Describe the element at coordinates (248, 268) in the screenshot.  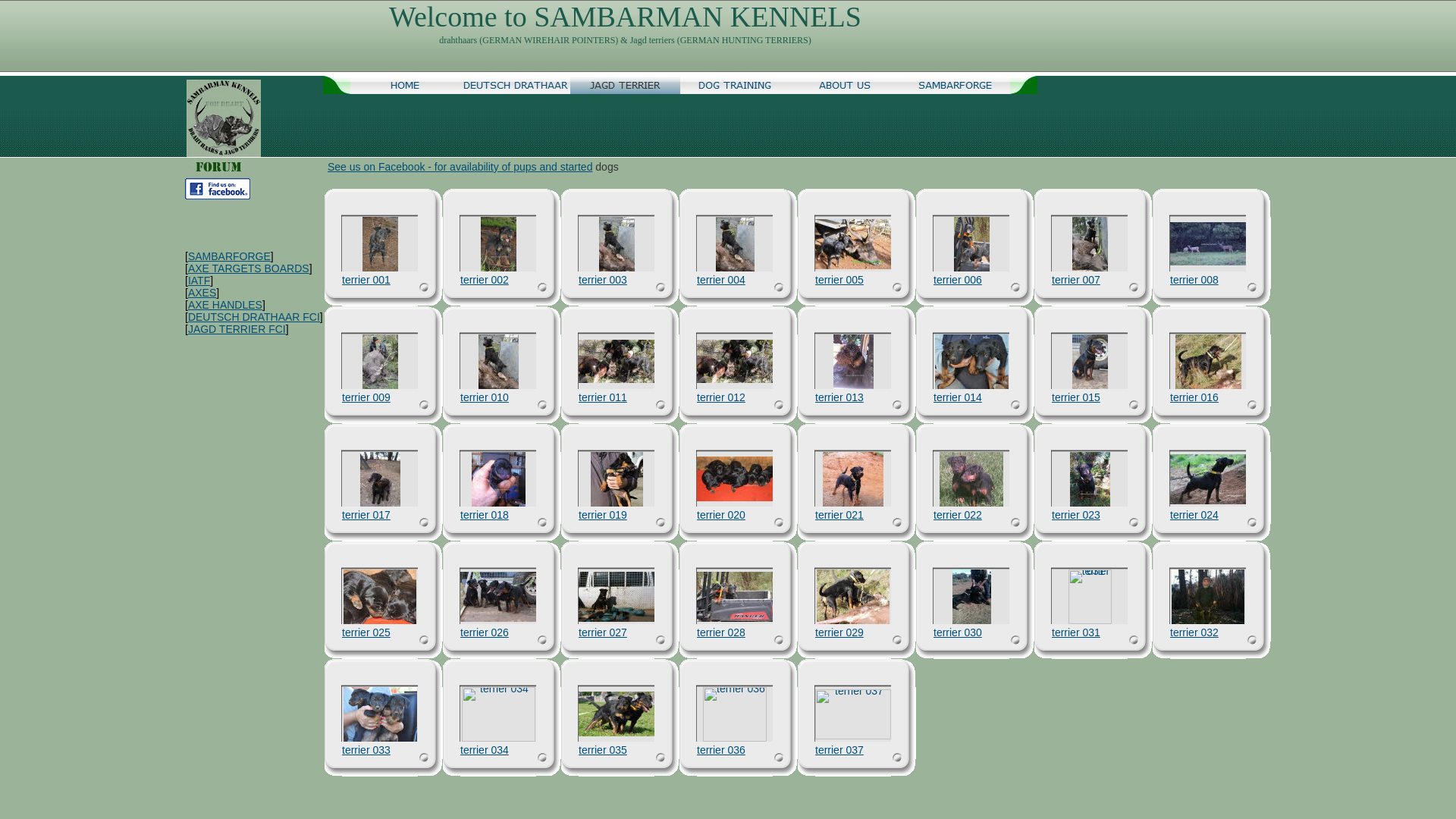
I see `'AXE TARGETS BOARDS'` at that location.